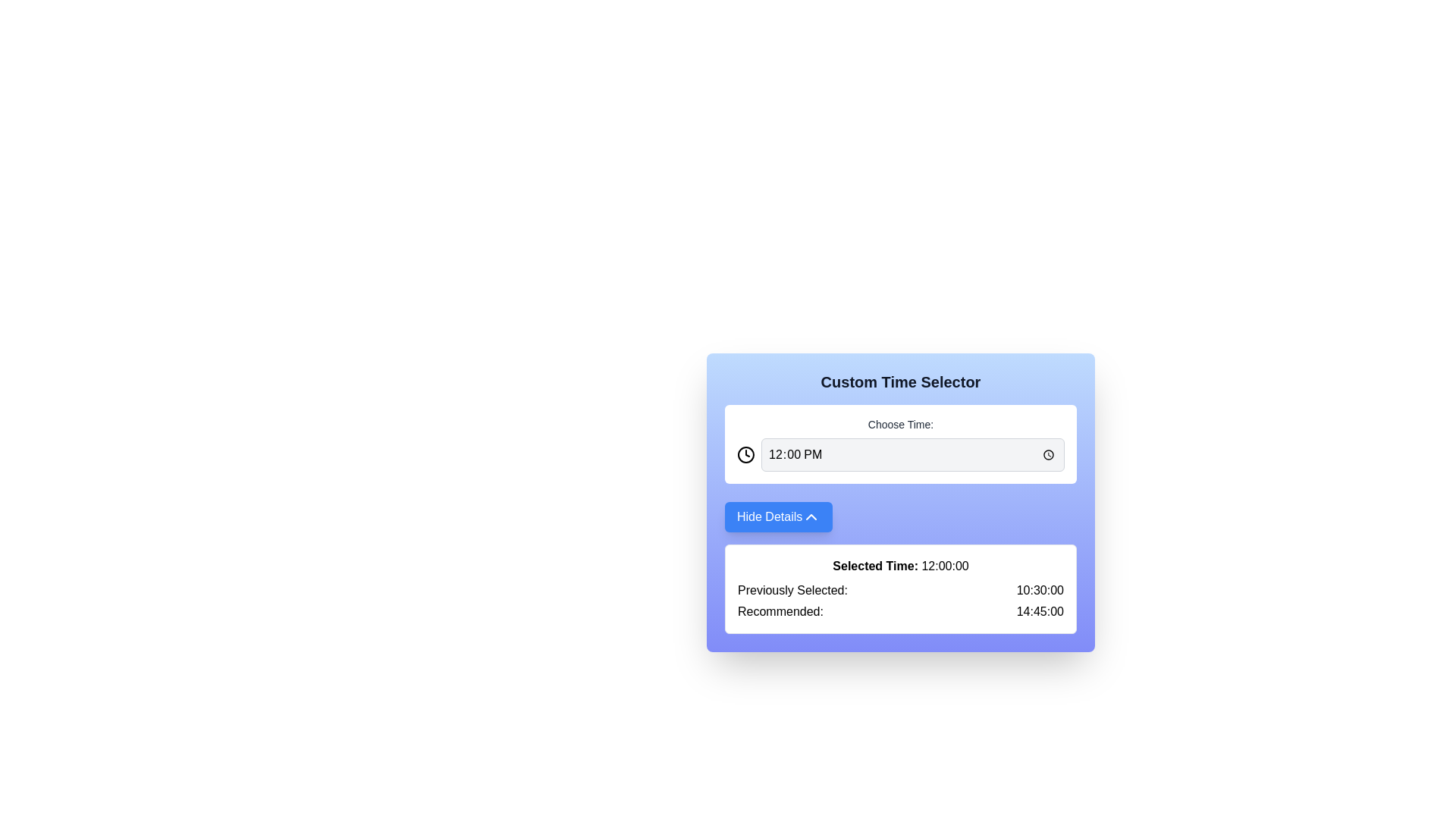  Describe the element at coordinates (745, 454) in the screenshot. I see `the clock icon which has a circular frame and clock hands, located to the left of the time input field` at that location.